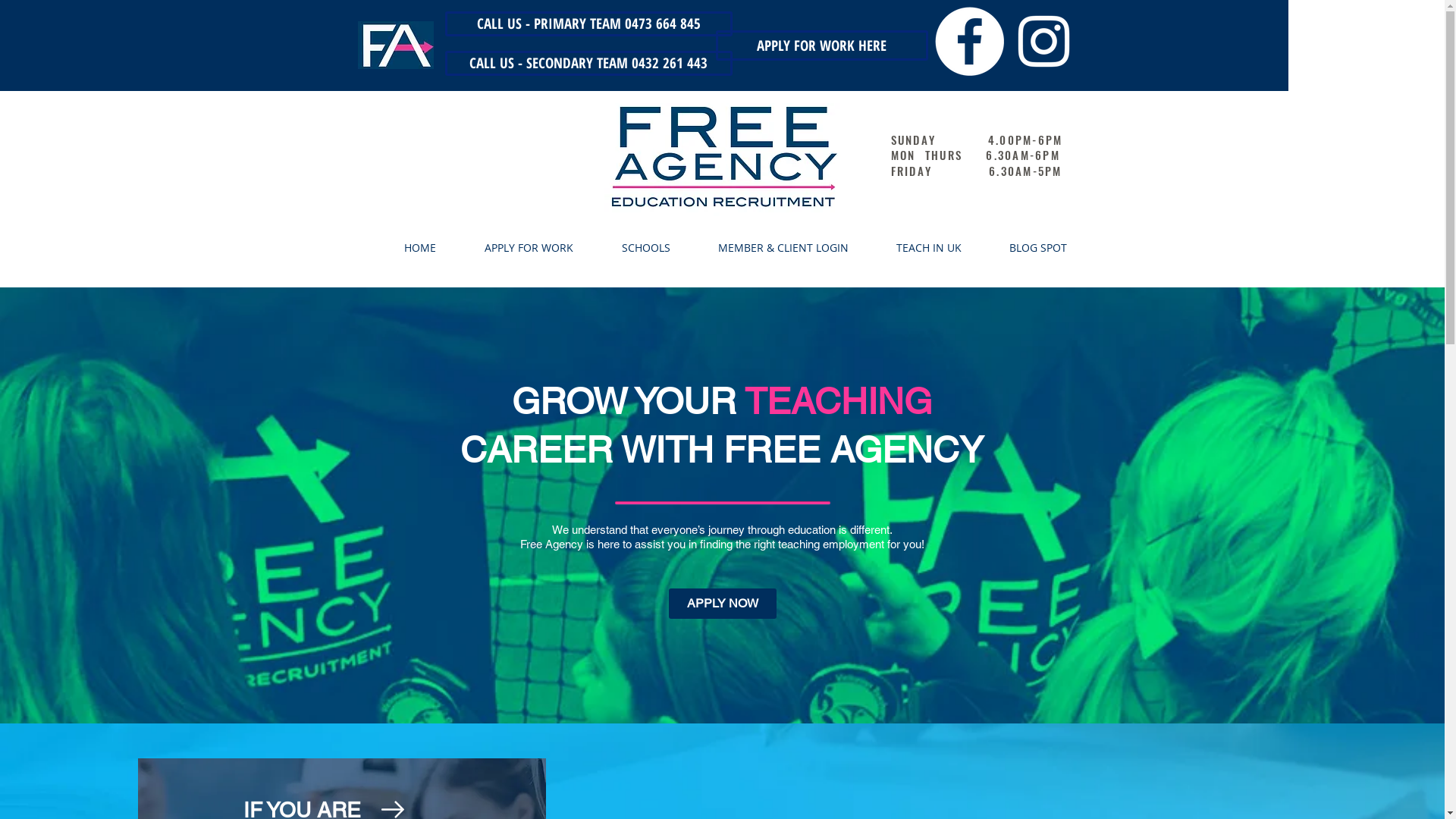  I want to click on 'TEACH IN UK', so click(915, 246).